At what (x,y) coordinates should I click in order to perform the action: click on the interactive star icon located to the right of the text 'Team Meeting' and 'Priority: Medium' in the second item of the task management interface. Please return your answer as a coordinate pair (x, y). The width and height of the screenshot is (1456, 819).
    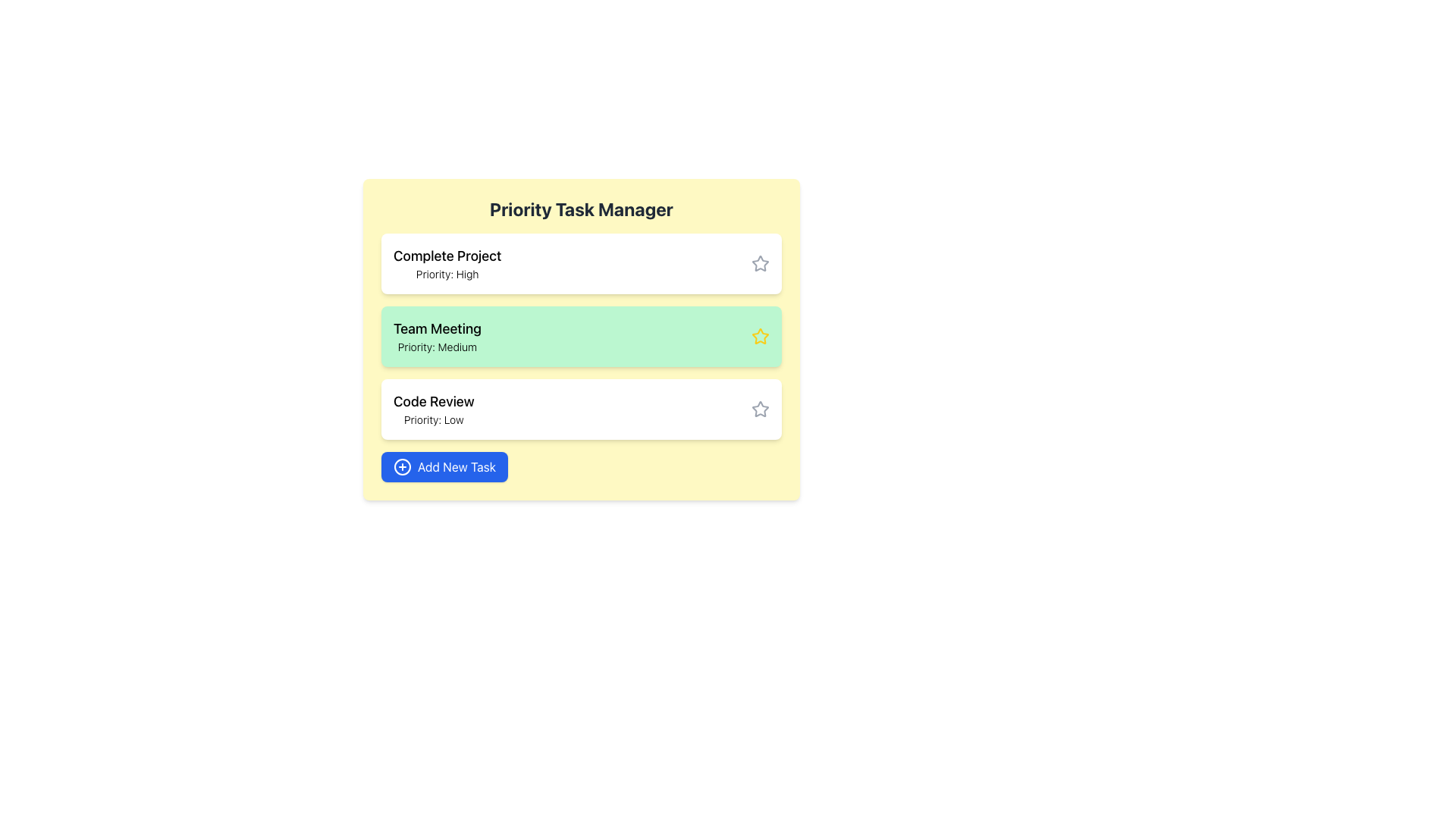
    Looking at the image, I should click on (761, 335).